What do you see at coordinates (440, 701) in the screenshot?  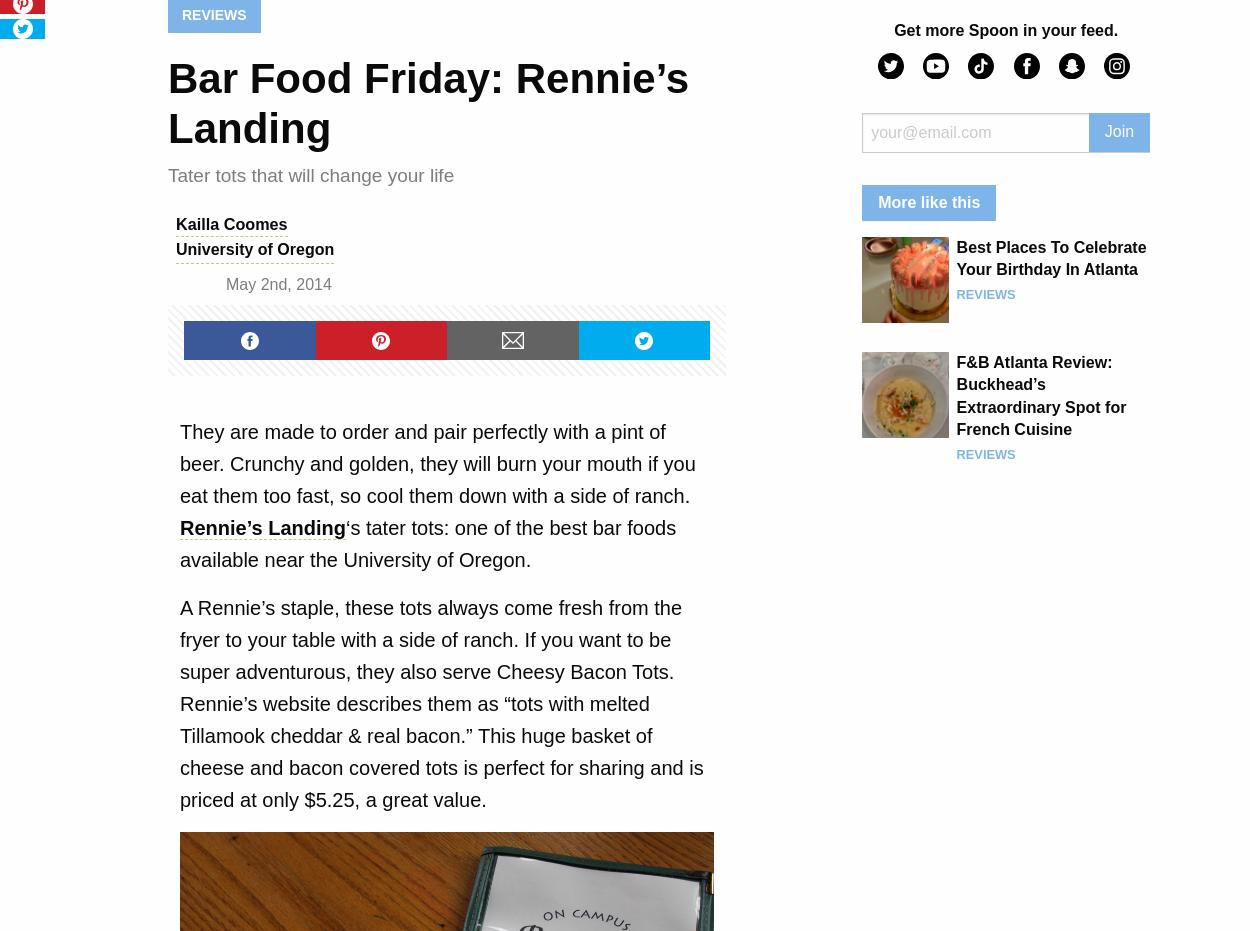 I see `'A Rennie’s staple, these tots always come fresh from the fryer to your table with a side of ranch. If you want to be super adventurous, they also serve Cheesy Bacon Tots. Rennie’s website describes them as “tots with melted Tillamook cheddar & real bacon.” This huge basket of cheese and bacon covered tots is perfect for sharing and is priced at only $5.25, a great value.'` at bounding box center [440, 701].